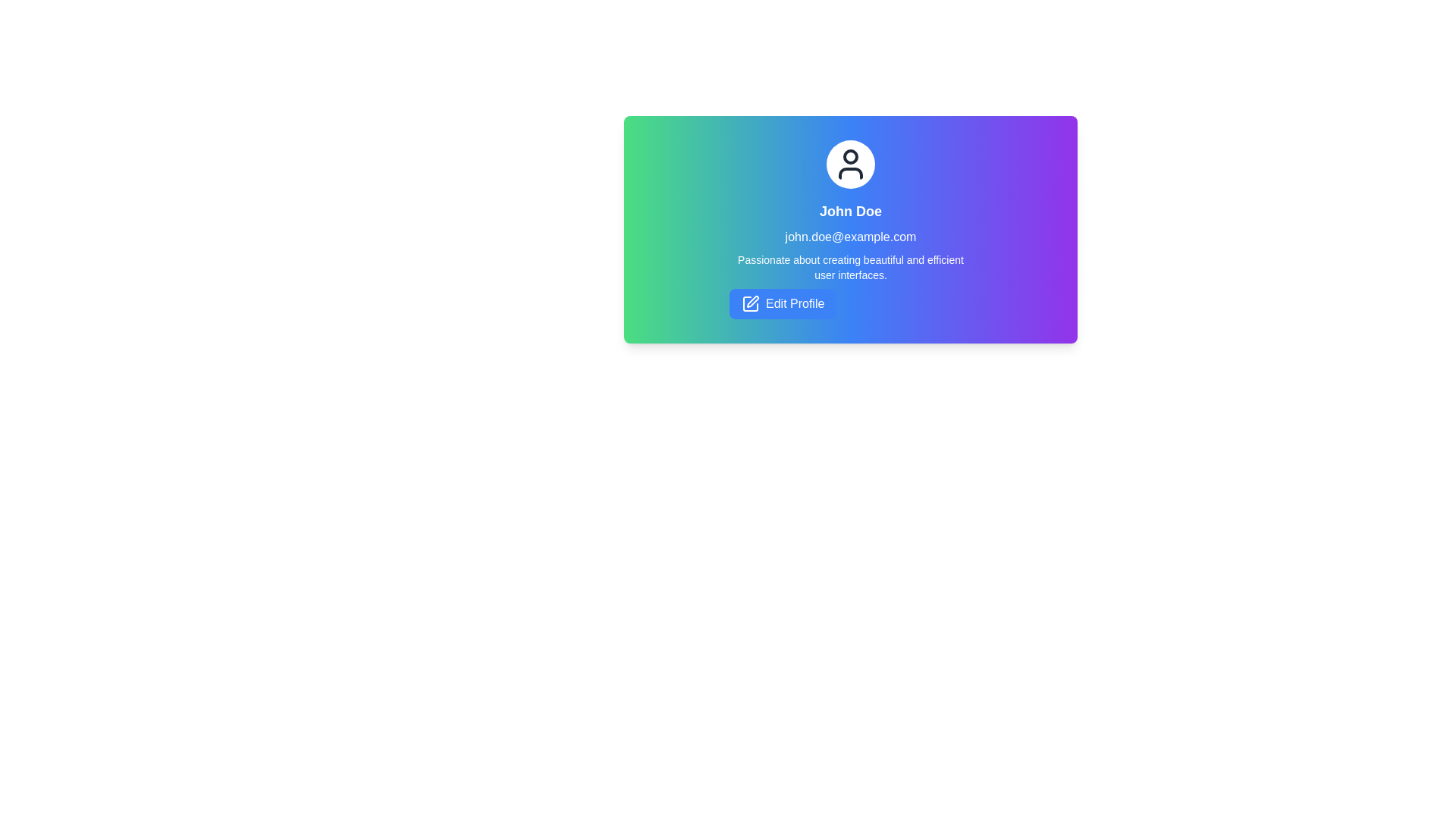 The height and width of the screenshot is (819, 1456). I want to click on text label located in the center of the card layout, positioned below the email address 'john.doe@example.com' and above the 'Edit Profile' button, so click(851, 267).